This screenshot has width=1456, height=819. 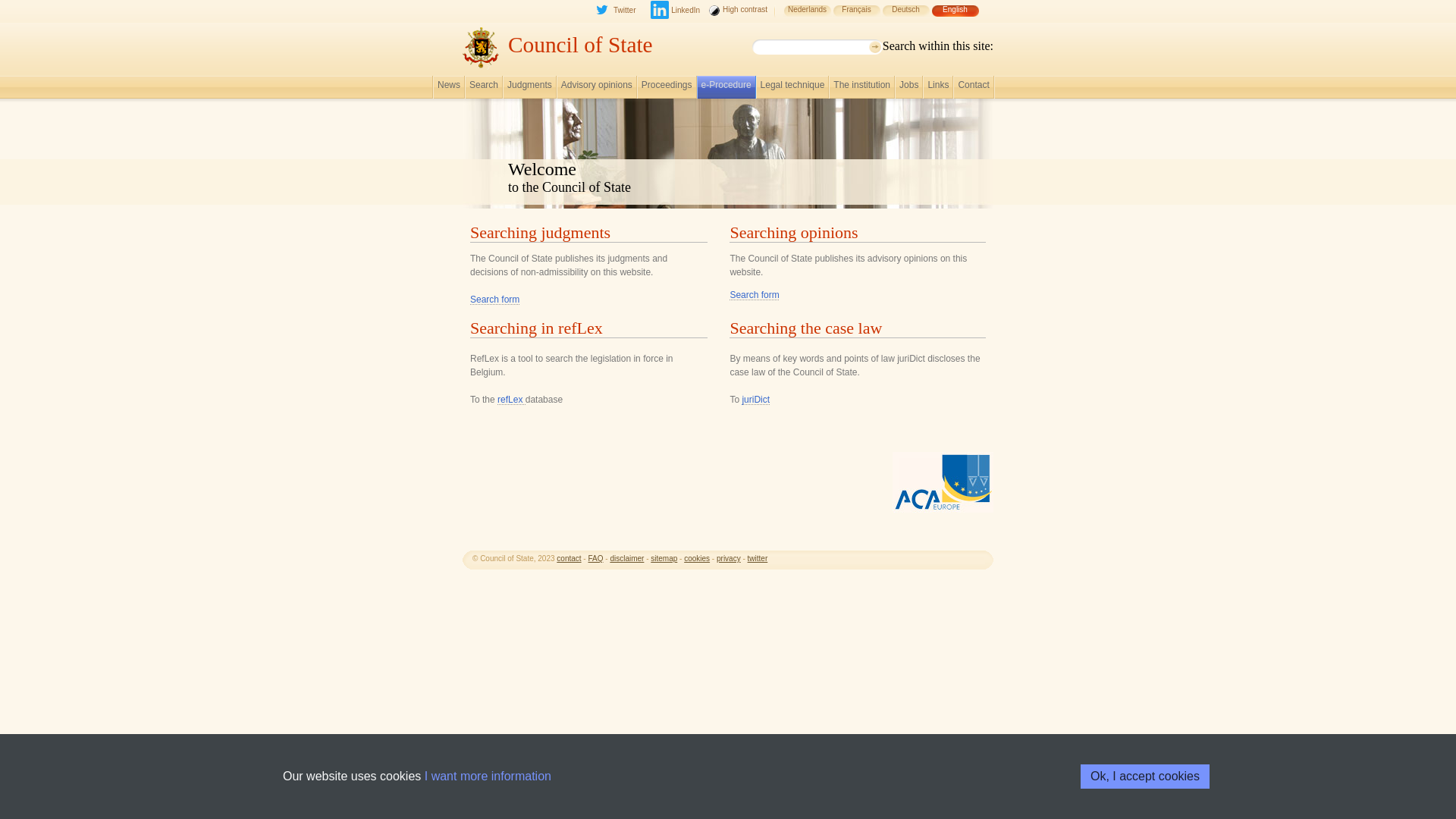 I want to click on 'Deutsch', so click(x=905, y=17).